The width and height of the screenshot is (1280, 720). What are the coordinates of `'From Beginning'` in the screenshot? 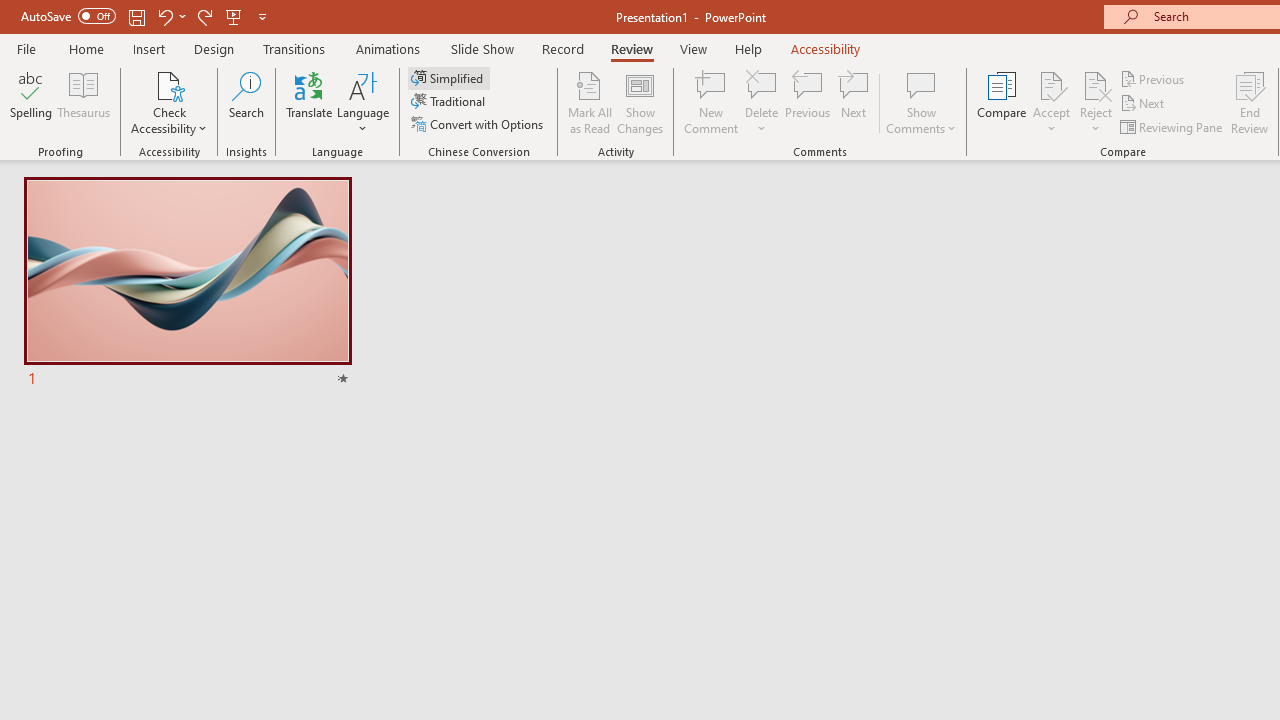 It's located at (234, 16).